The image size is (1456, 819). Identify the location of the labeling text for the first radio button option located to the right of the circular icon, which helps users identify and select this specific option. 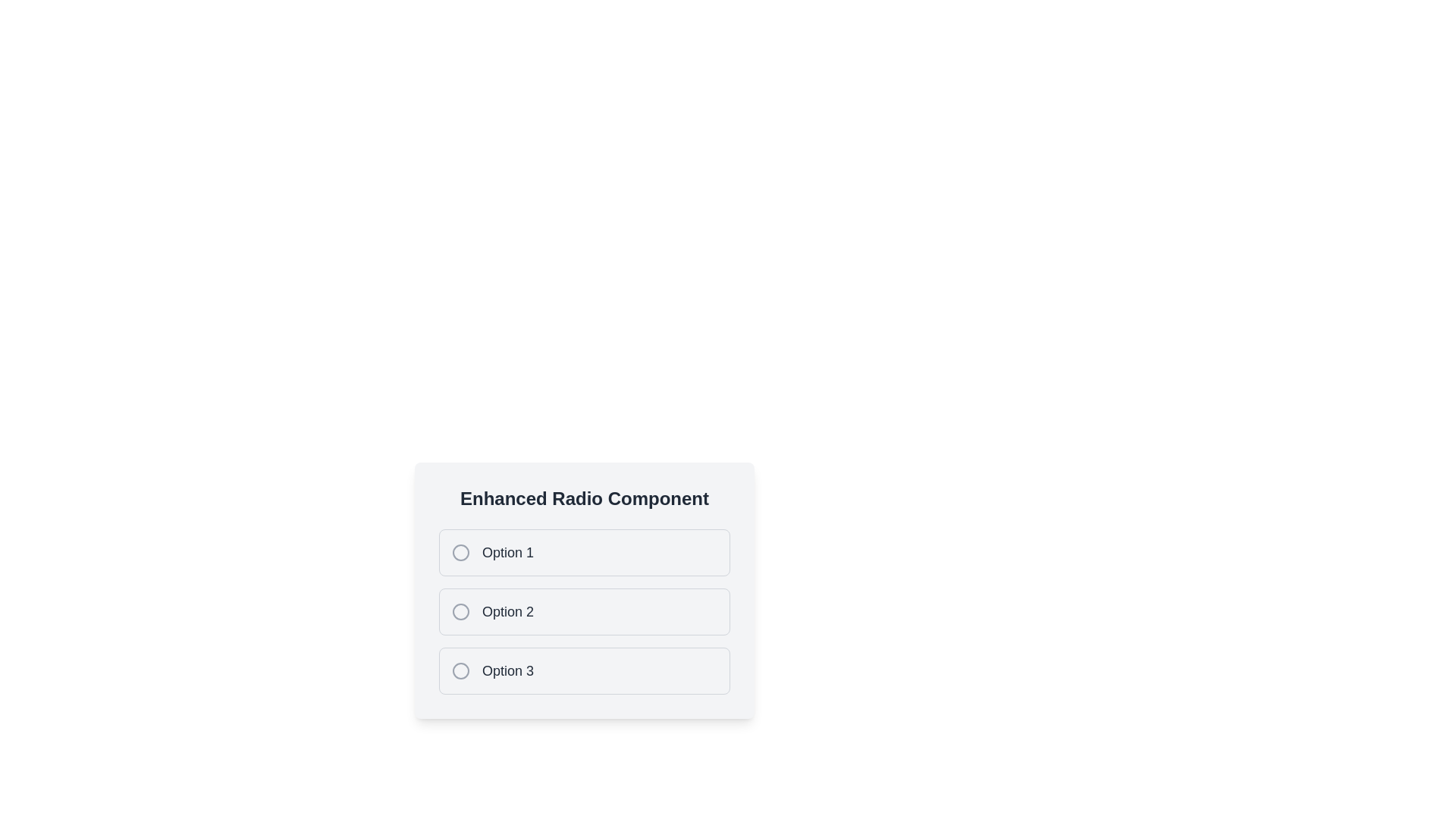
(508, 553).